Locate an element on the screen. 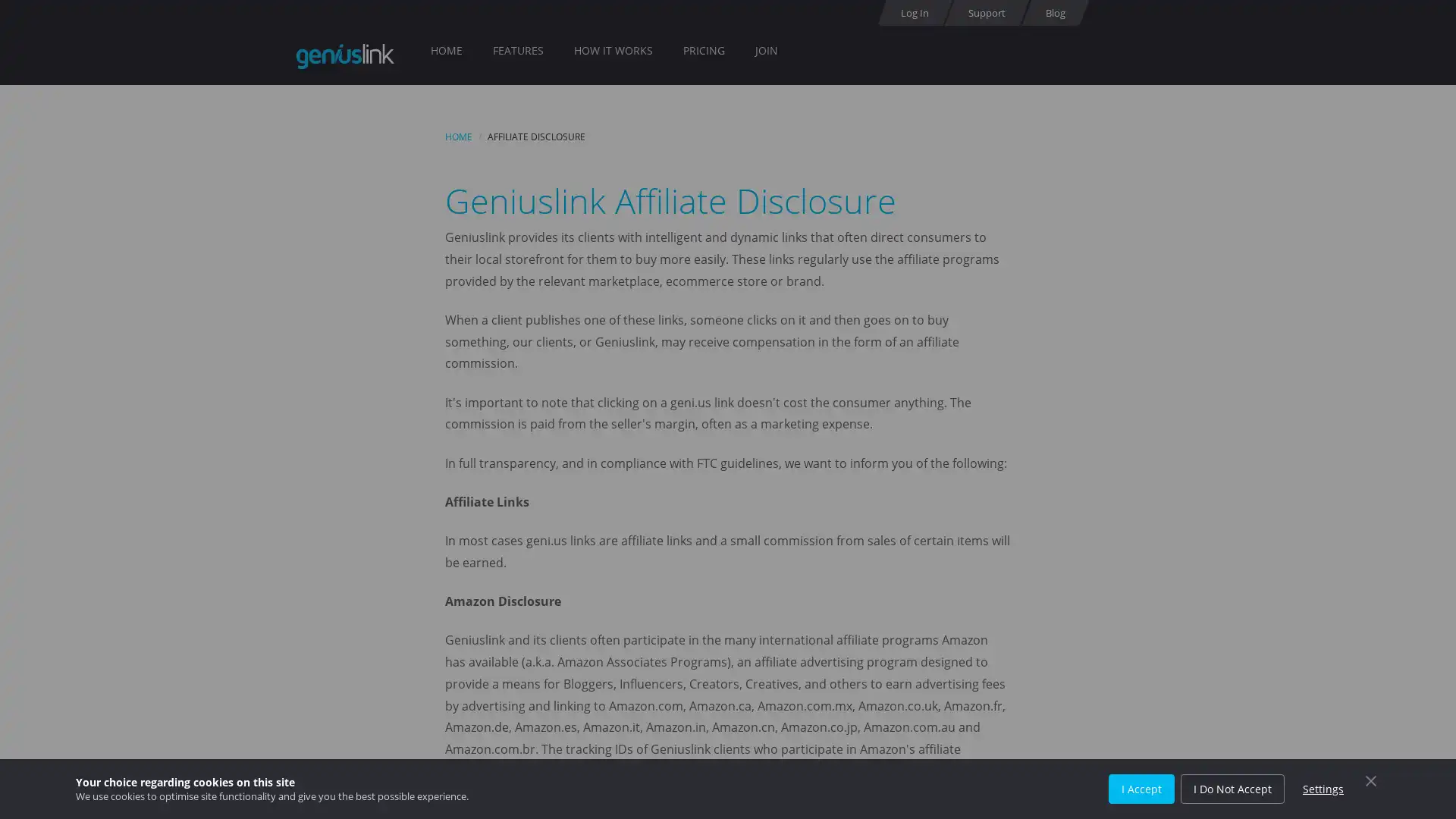  Close Cookie Control is located at coordinates (1371, 780).